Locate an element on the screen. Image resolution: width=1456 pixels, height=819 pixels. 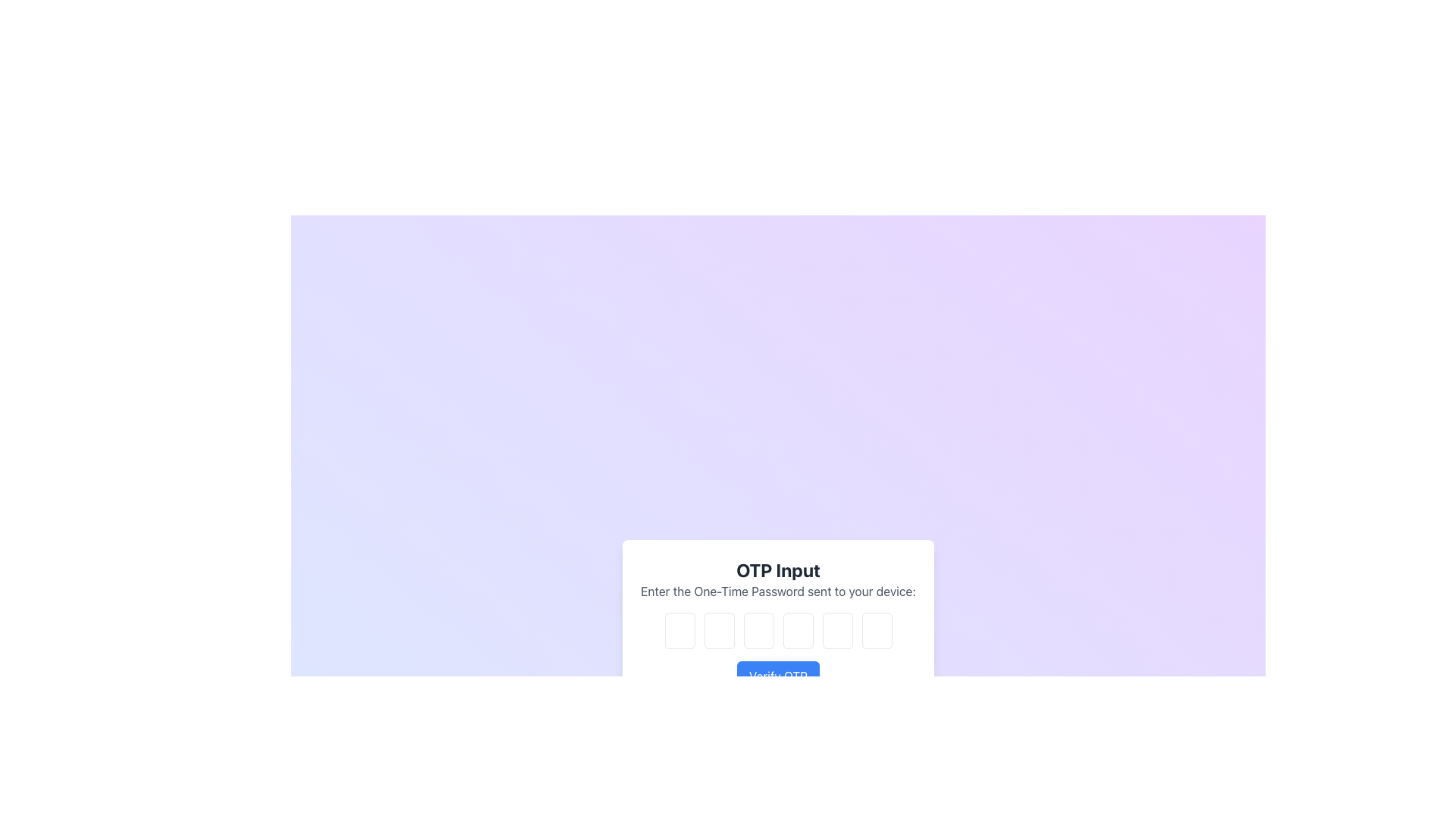
the instructional static text label that guides the user to enter the one-time password (OTP) sent to their device, located directly below the 'OTP Input' title is located at coordinates (778, 590).